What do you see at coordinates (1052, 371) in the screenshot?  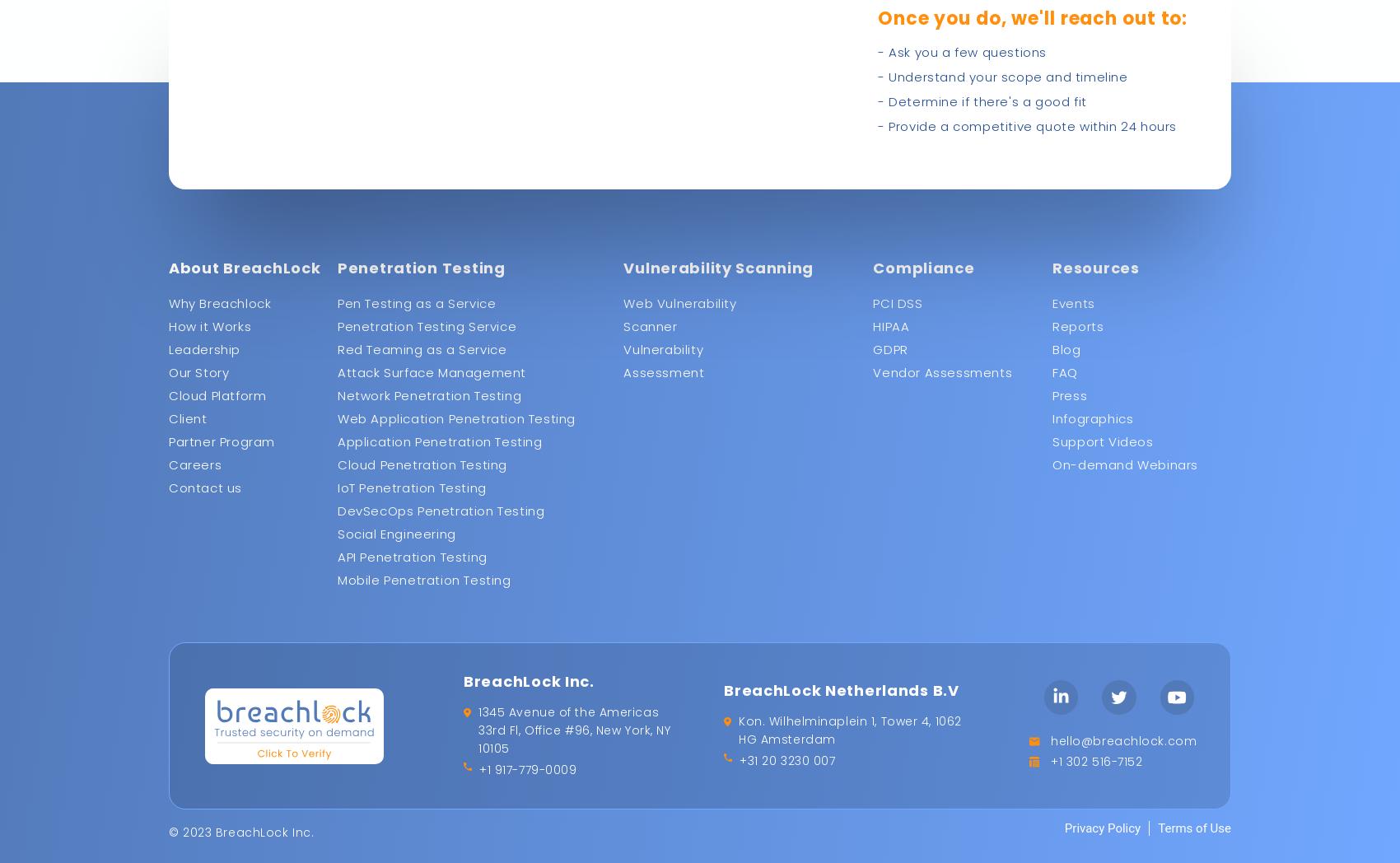 I see `'FAQ'` at bounding box center [1052, 371].